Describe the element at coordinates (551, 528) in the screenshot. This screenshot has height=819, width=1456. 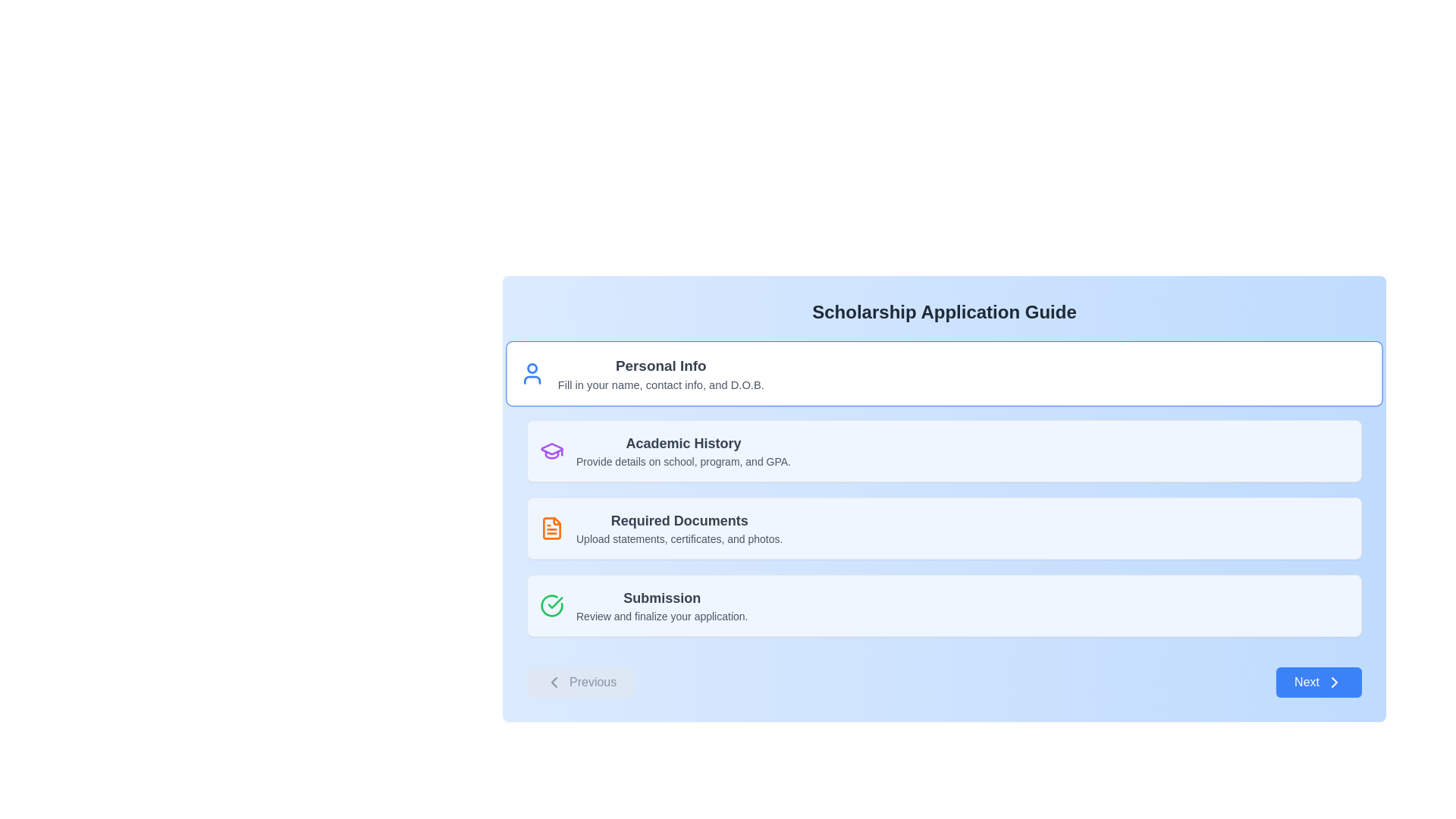
I see `the orange-colored document icon in the 'Required Documents' section, located in the third row of the main list` at that location.